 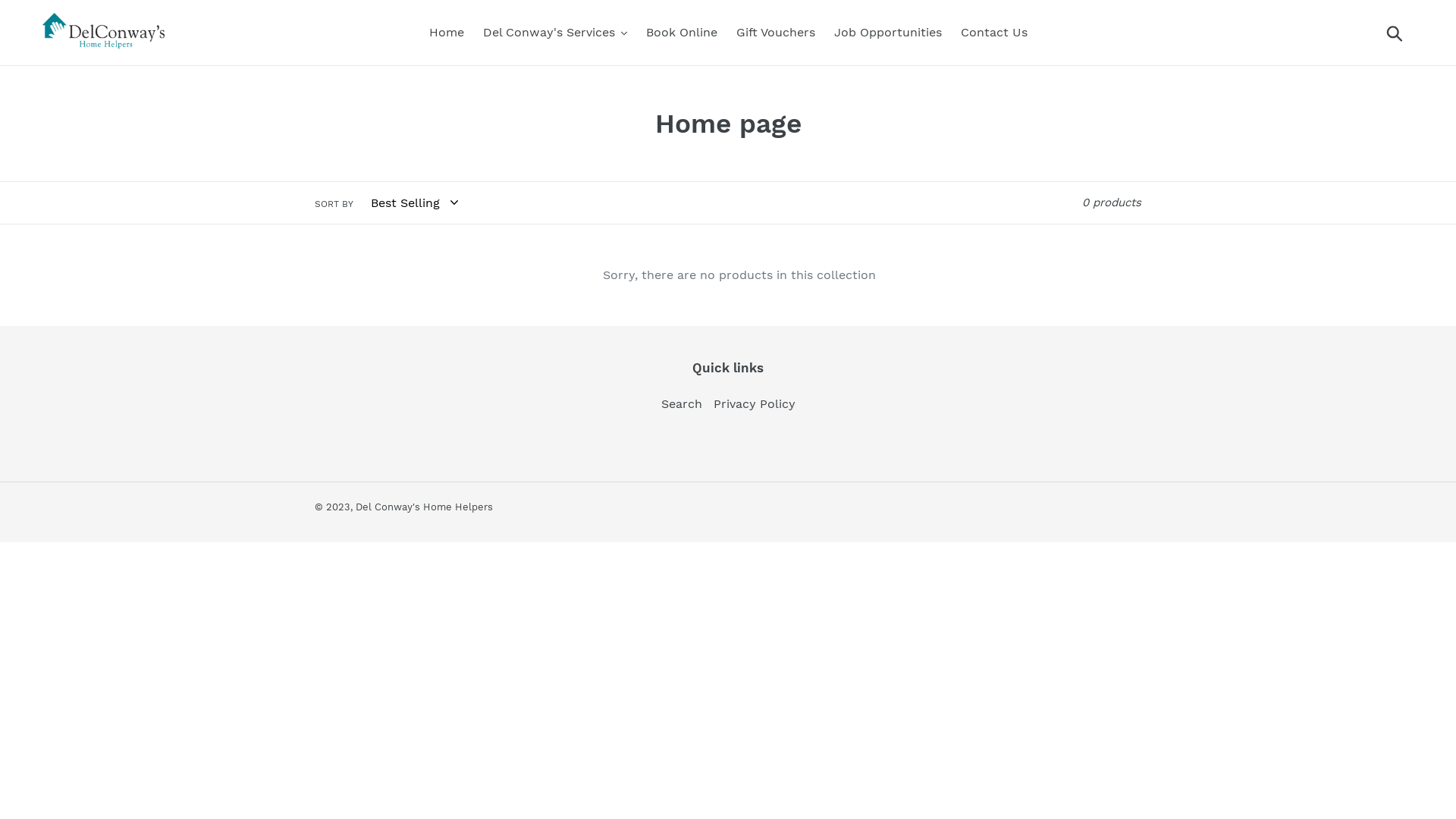 What do you see at coordinates (446, 32) in the screenshot?
I see `'Home'` at bounding box center [446, 32].